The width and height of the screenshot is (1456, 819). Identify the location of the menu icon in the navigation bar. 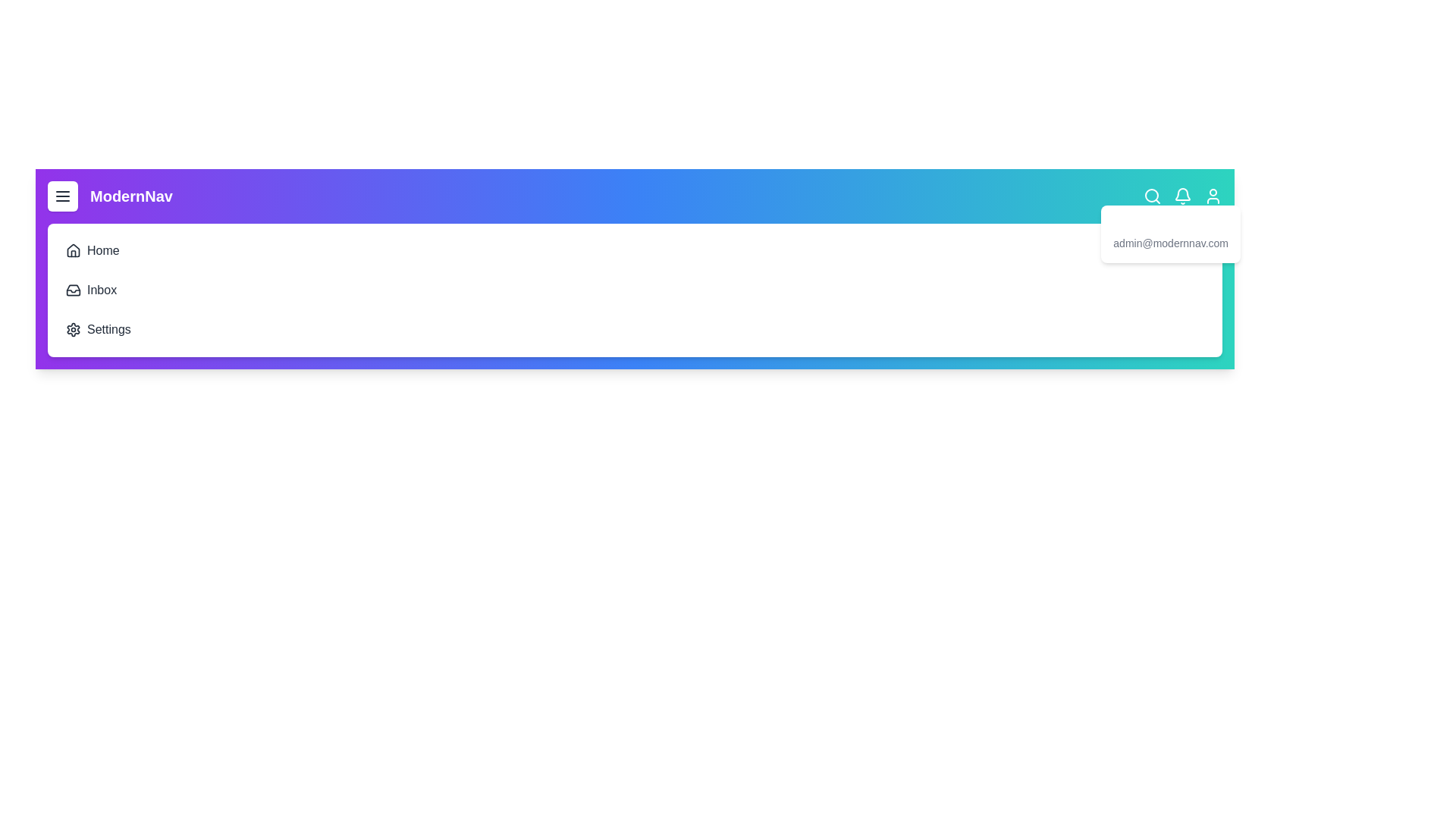
(61, 195).